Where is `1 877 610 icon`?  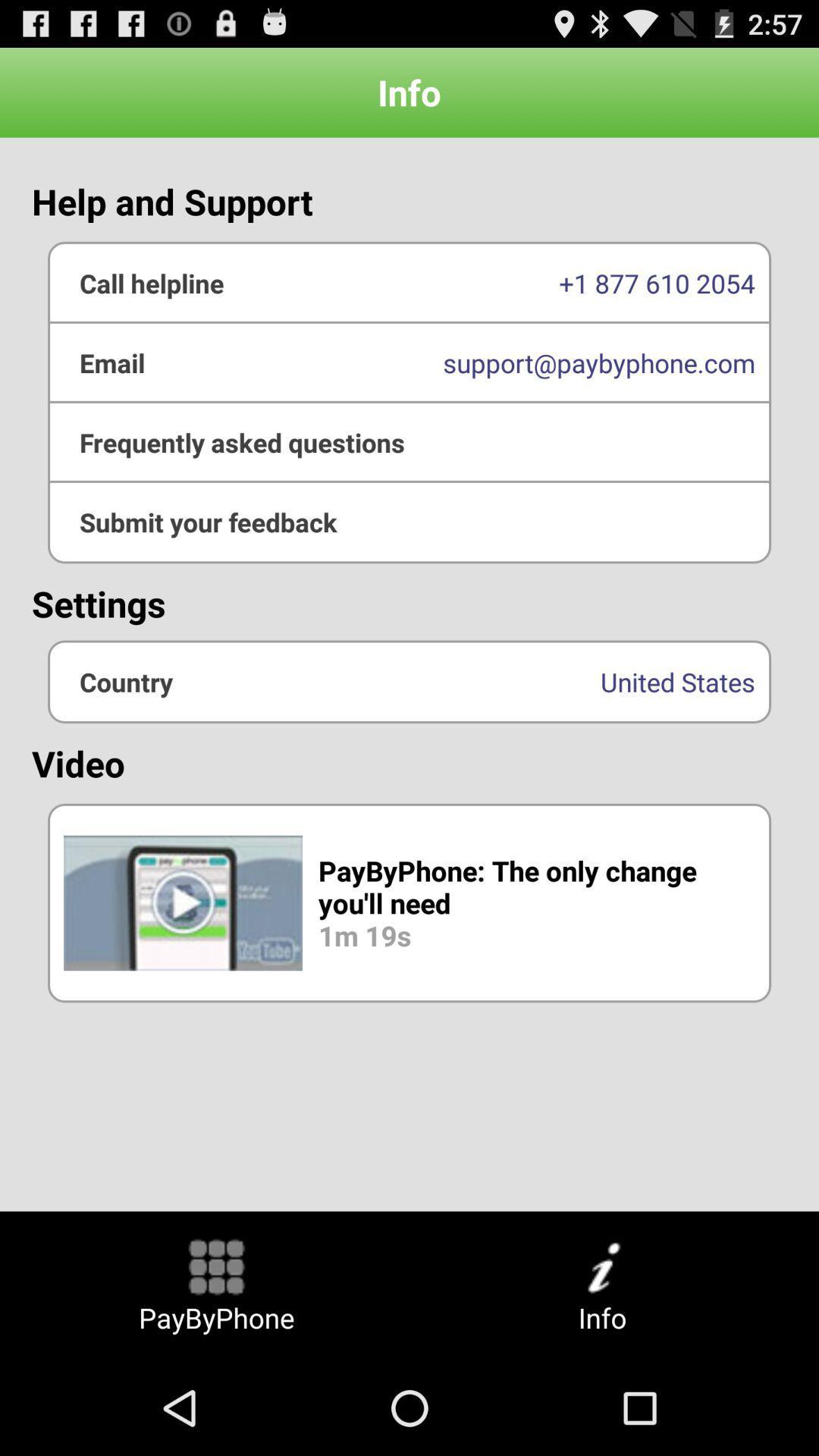
1 877 610 icon is located at coordinates (409, 283).